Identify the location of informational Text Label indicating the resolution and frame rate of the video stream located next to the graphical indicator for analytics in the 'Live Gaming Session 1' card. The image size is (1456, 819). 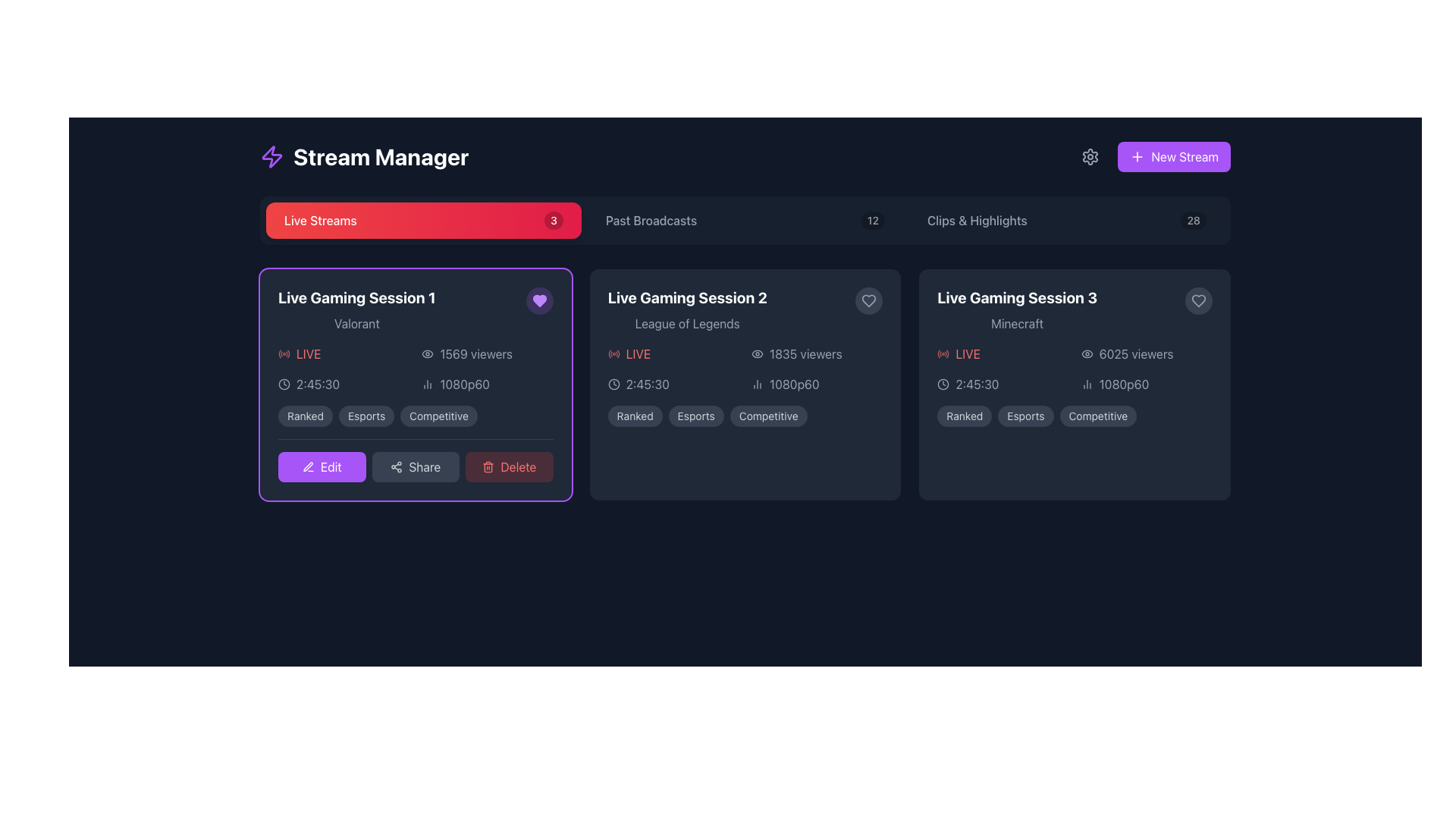
(464, 383).